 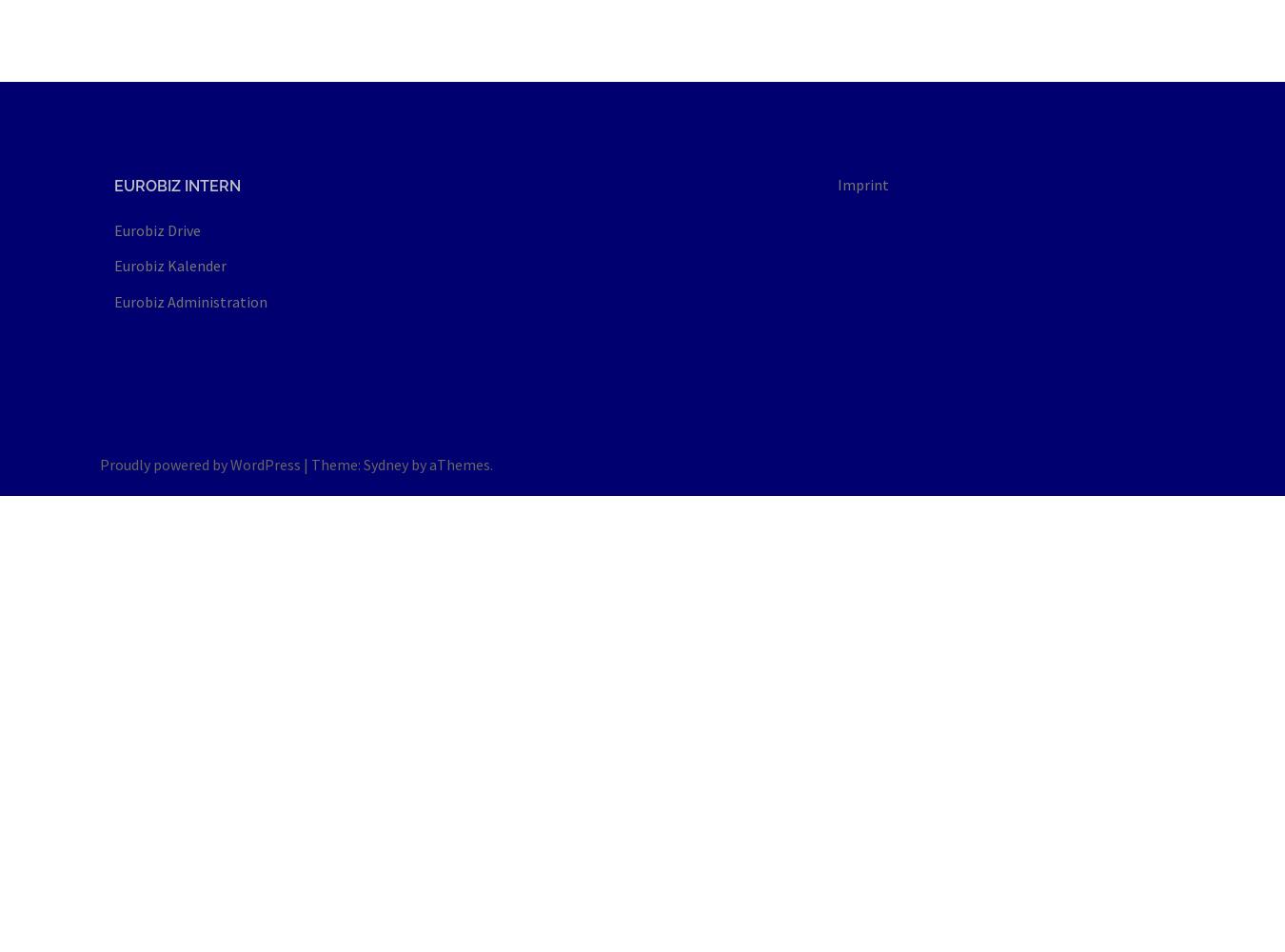 I want to click on 'Eurobiz Drive', so click(x=157, y=229).